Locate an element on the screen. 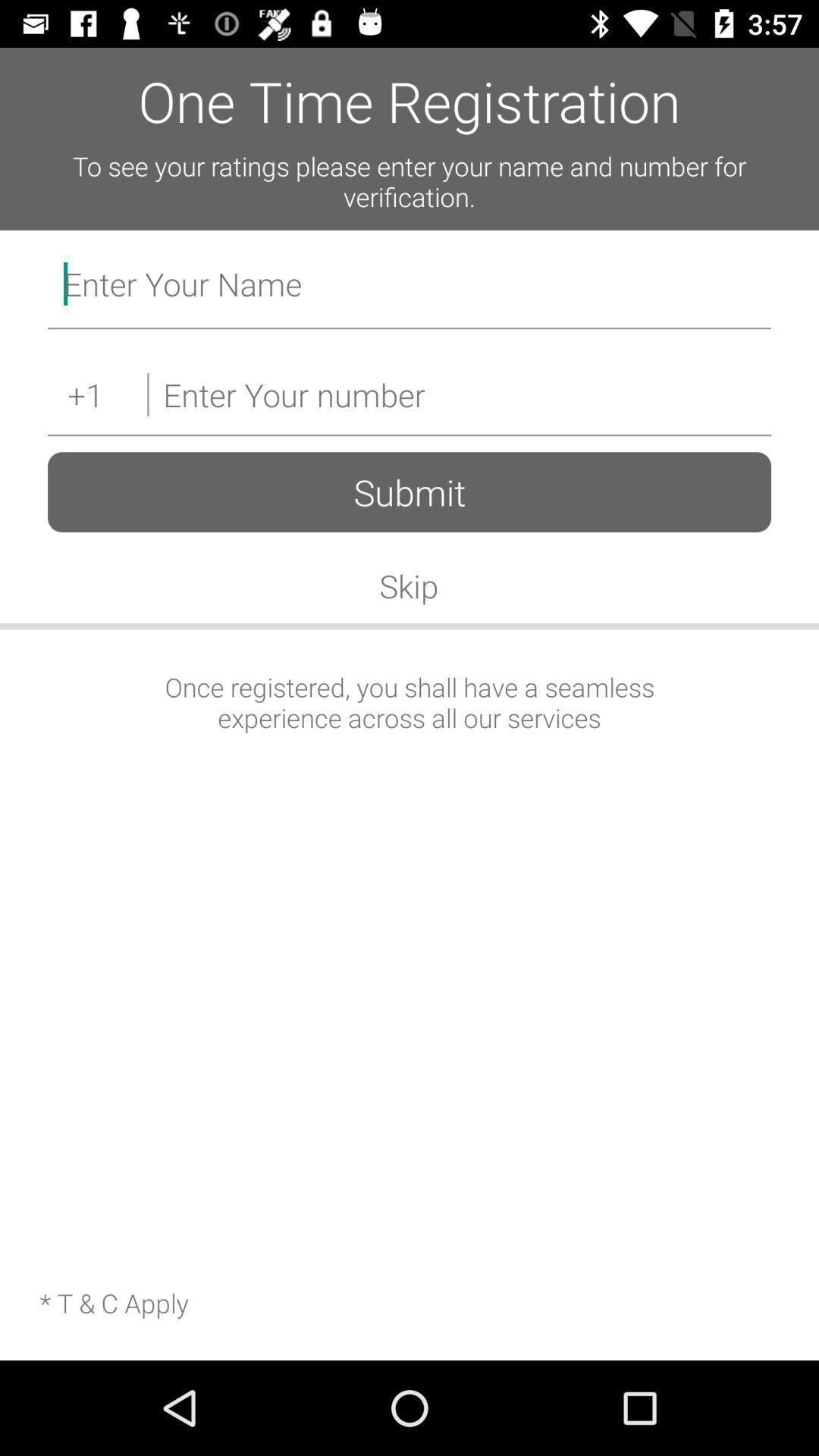 Image resolution: width=819 pixels, height=1456 pixels. submit is located at coordinates (409, 492).